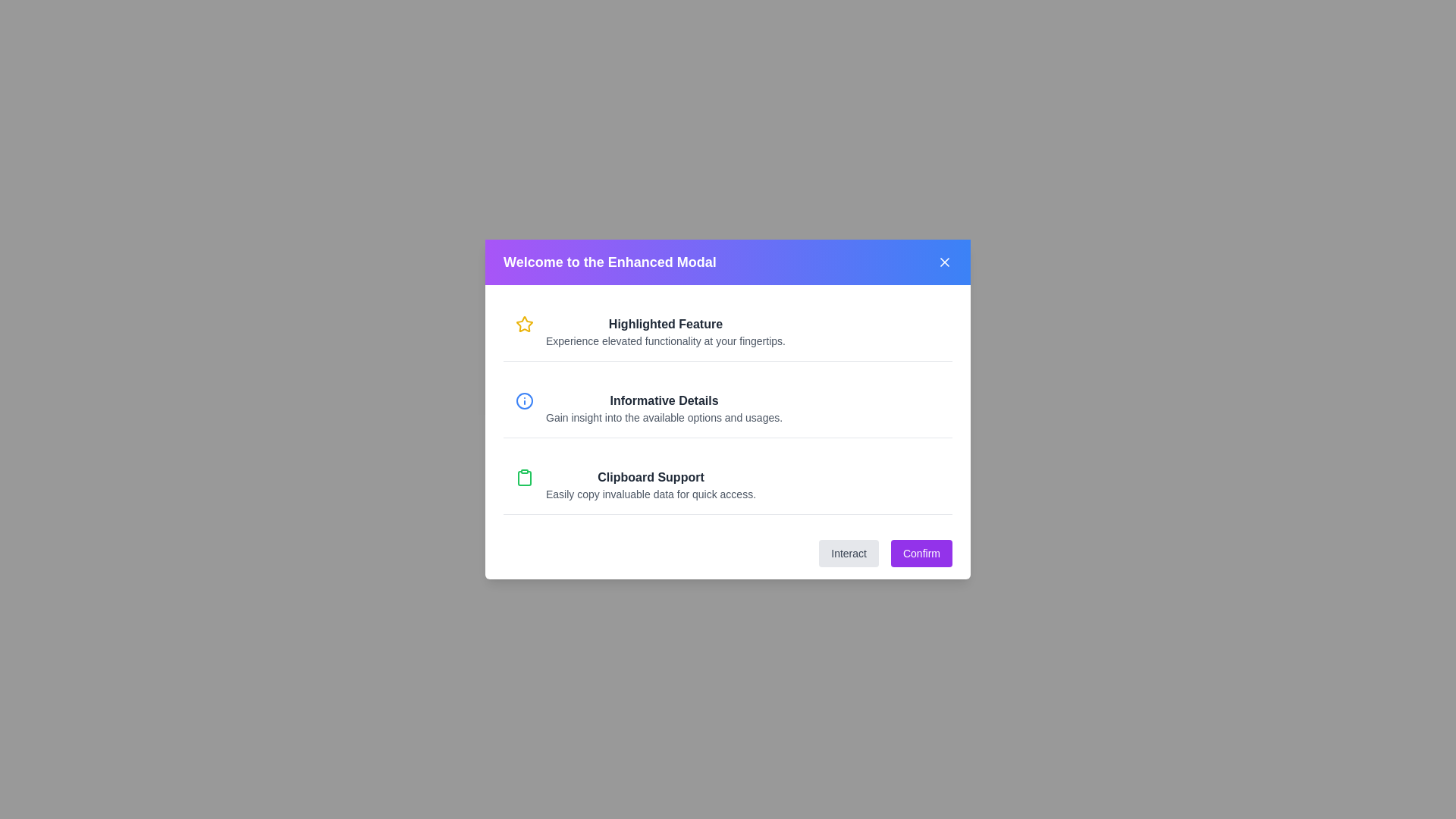 Image resolution: width=1456 pixels, height=819 pixels. What do you see at coordinates (666, 331) in the screenshot?
I see `the informational text block that highlights a specific feature or functionality, located near the top left of the modal interface, above the 'Informative Details' section` at bounding box center [666, 331].